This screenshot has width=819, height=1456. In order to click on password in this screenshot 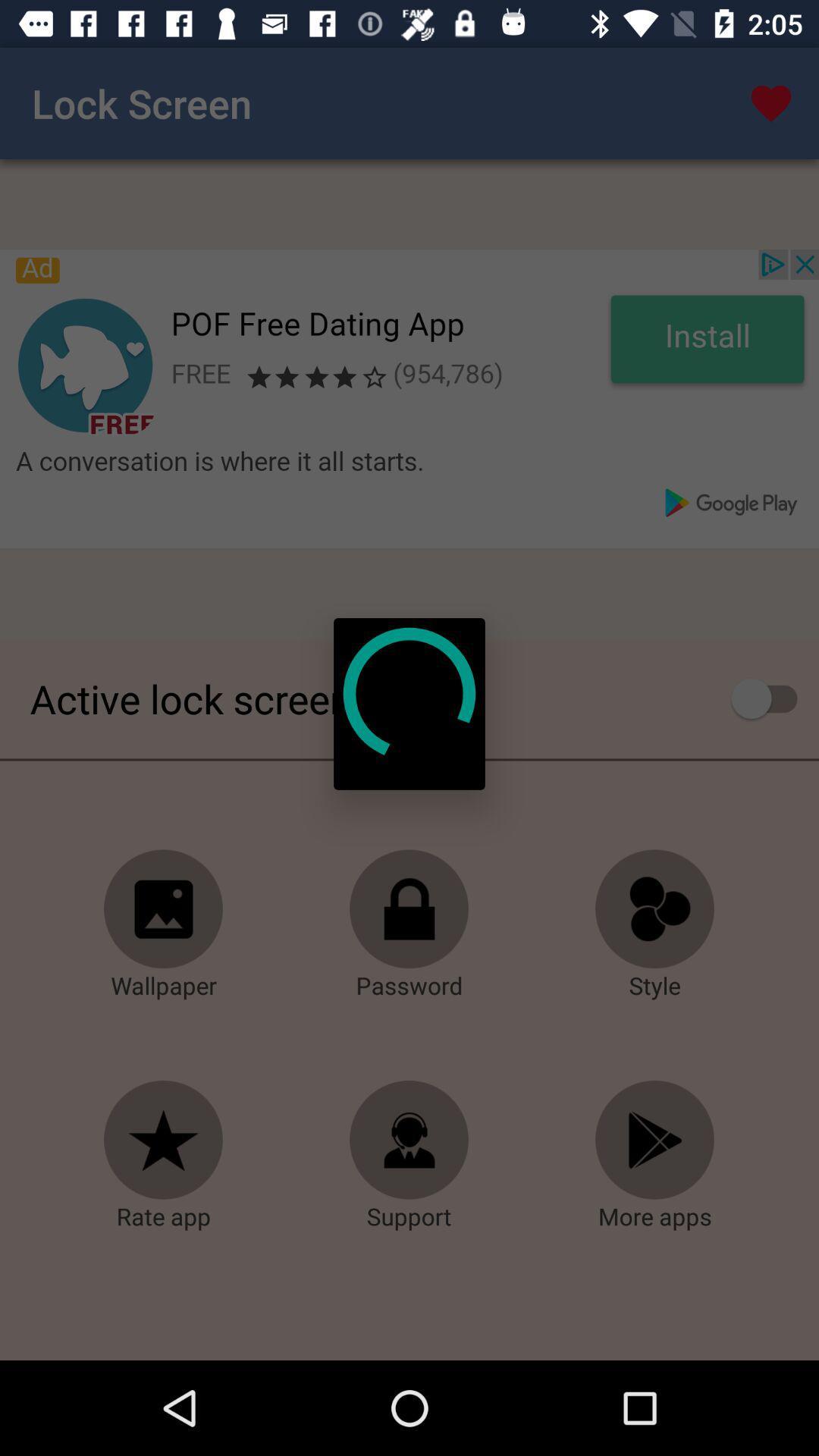, I will do `click(409, 909)`.